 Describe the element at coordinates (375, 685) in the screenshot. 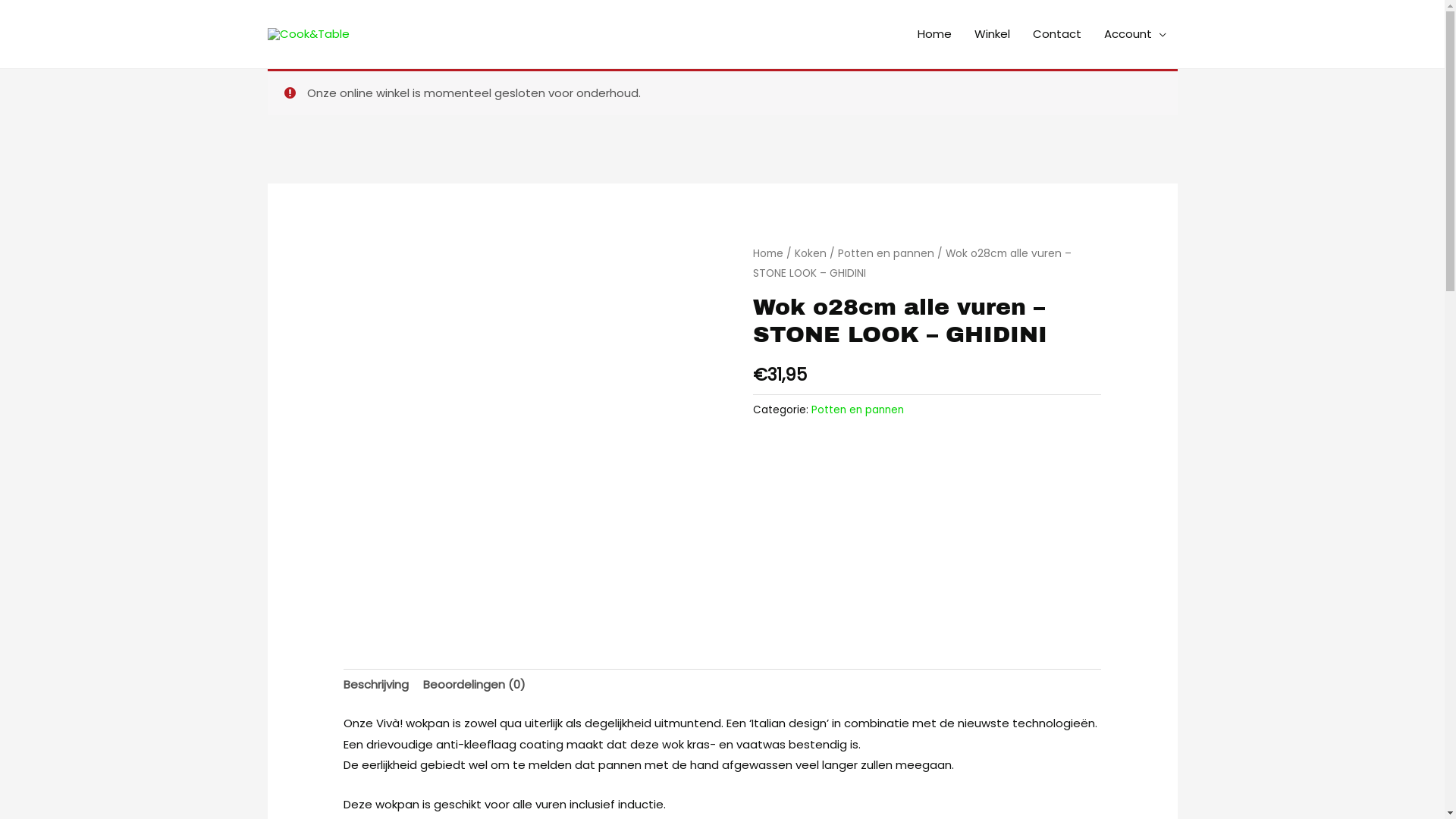

I see `'Beschrijving'` at that location.